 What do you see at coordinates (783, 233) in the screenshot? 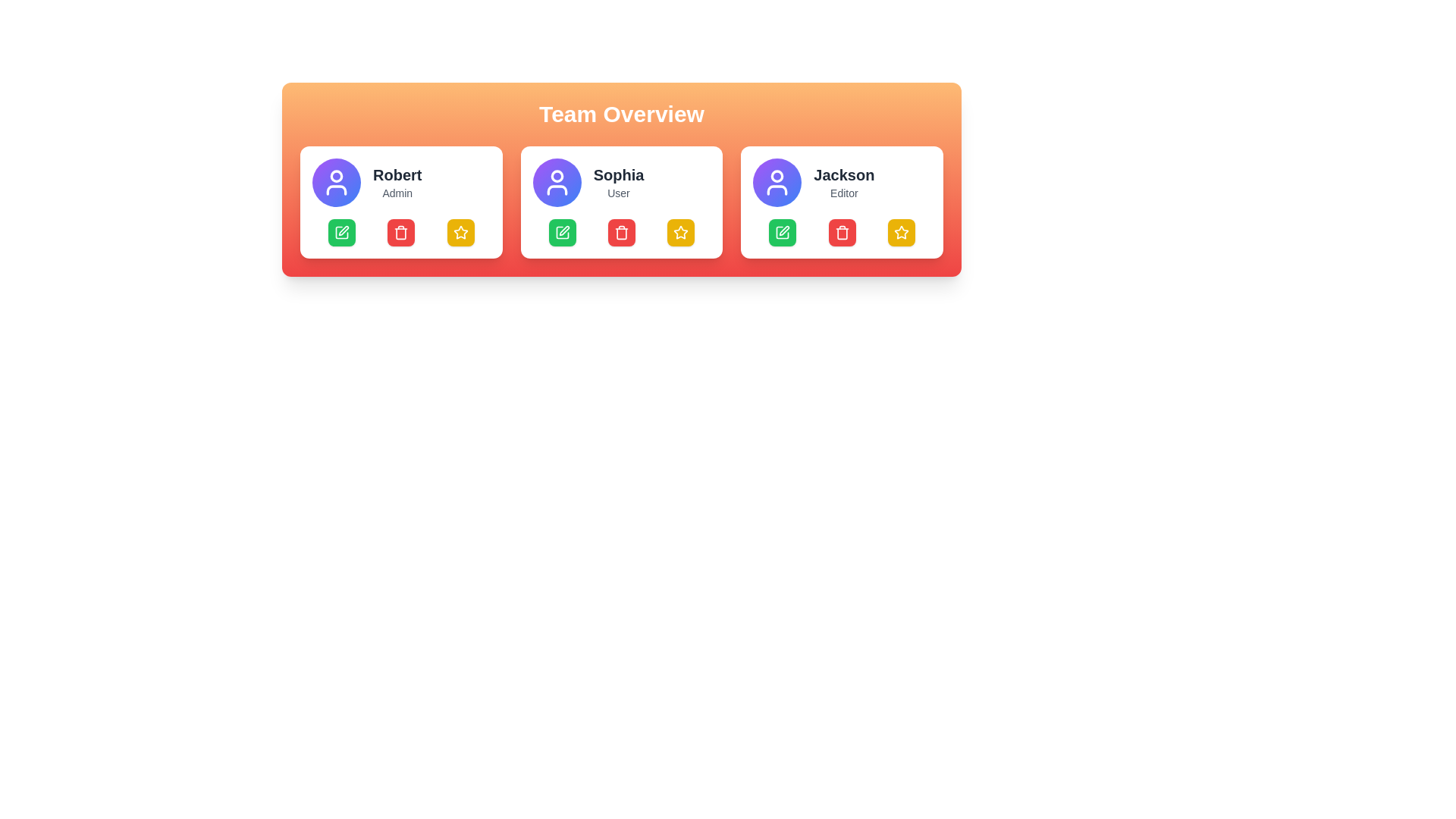
I see `the green button with a white pen icon located at the lower section of the third card associated with user 'Jackson' to observe its color change` at bounding box center [783, 233].